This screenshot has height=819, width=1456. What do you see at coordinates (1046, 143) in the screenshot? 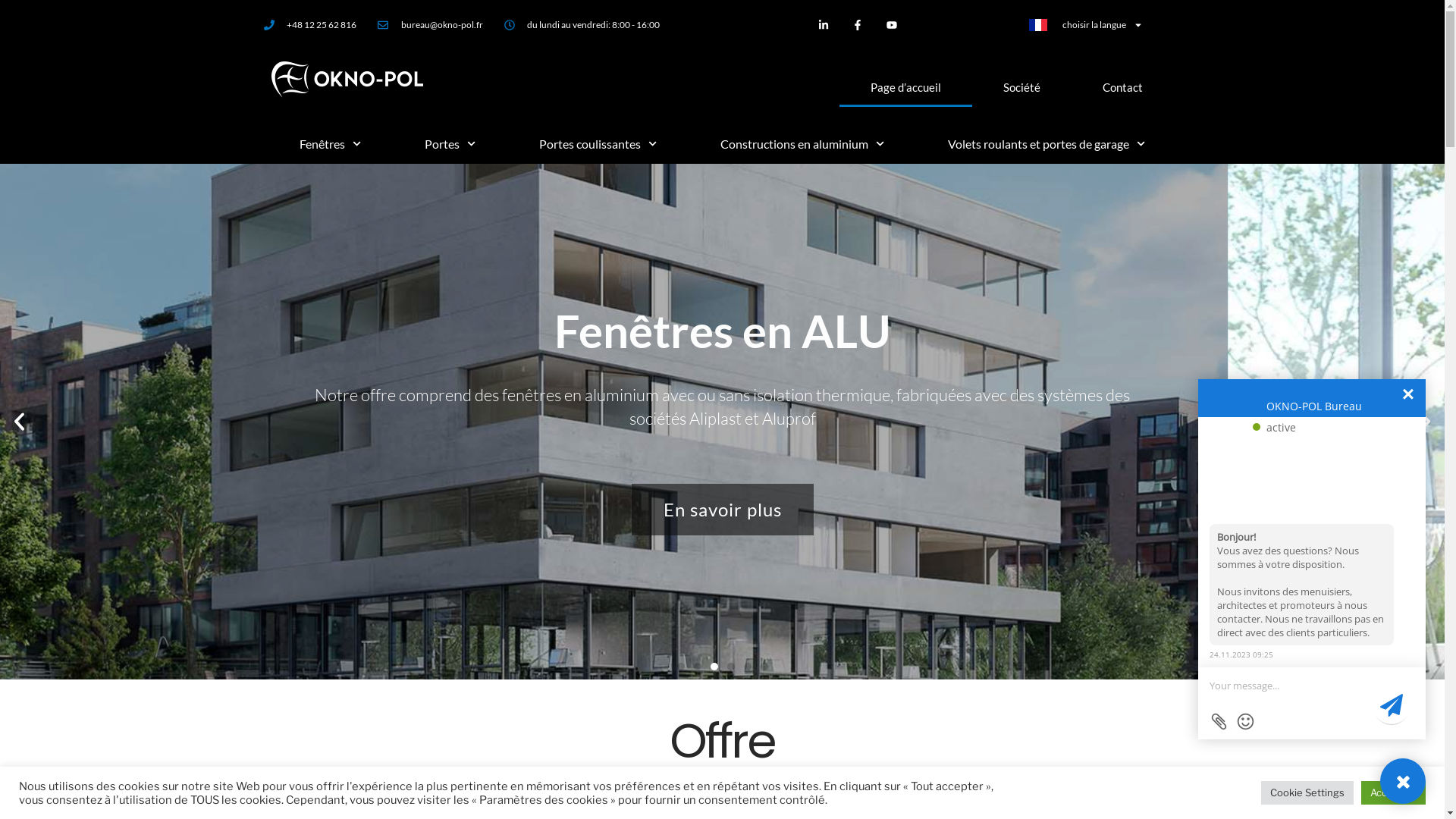
I see `'Volets roulants et portes de garage'` at bounding box center [1046, 143].